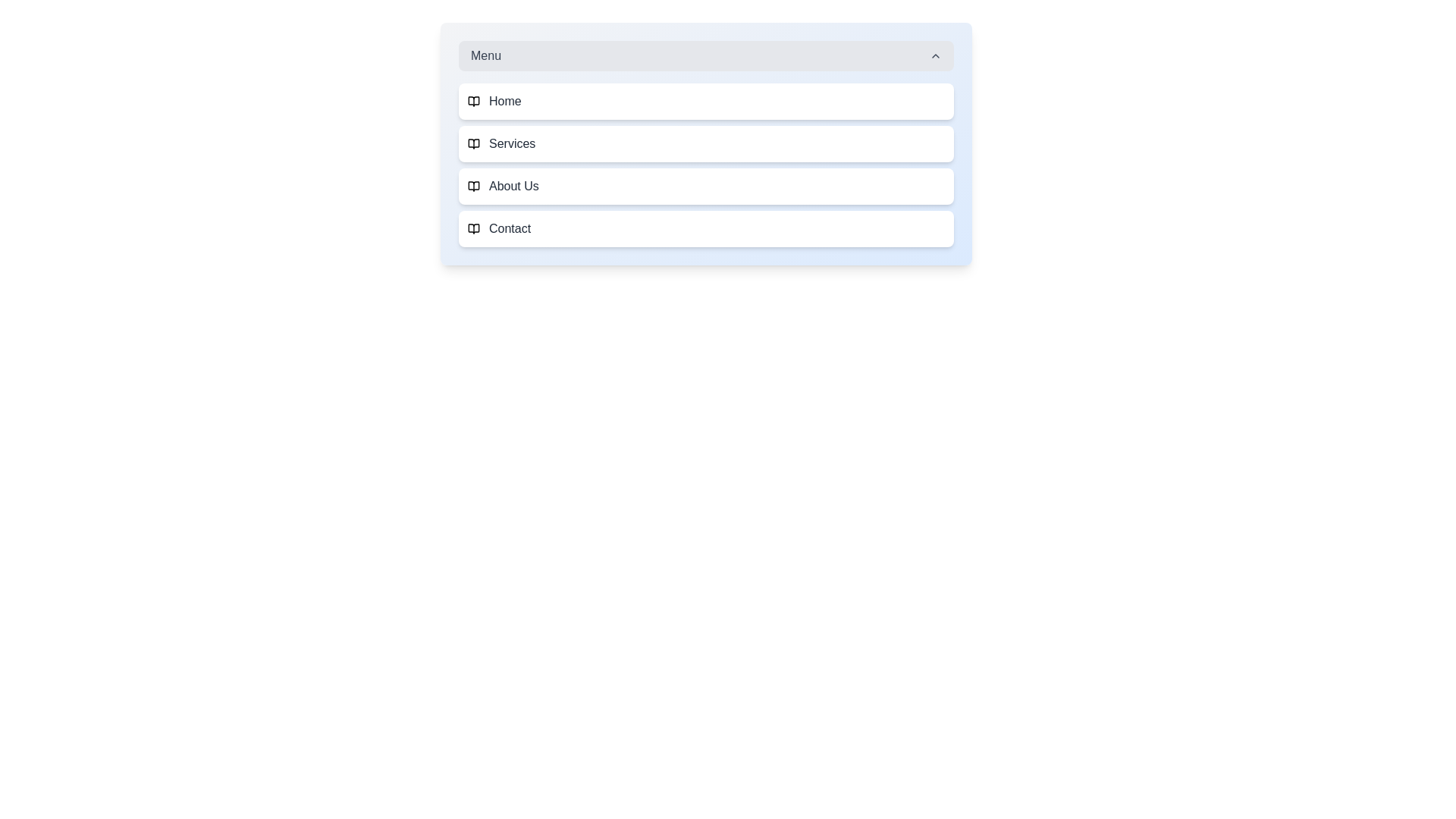  I want to click on the 'Home' menu item icon located in the navigation menu, which visually denotes the 'Home' menu item beside the text 'Home', so click(472, 102).